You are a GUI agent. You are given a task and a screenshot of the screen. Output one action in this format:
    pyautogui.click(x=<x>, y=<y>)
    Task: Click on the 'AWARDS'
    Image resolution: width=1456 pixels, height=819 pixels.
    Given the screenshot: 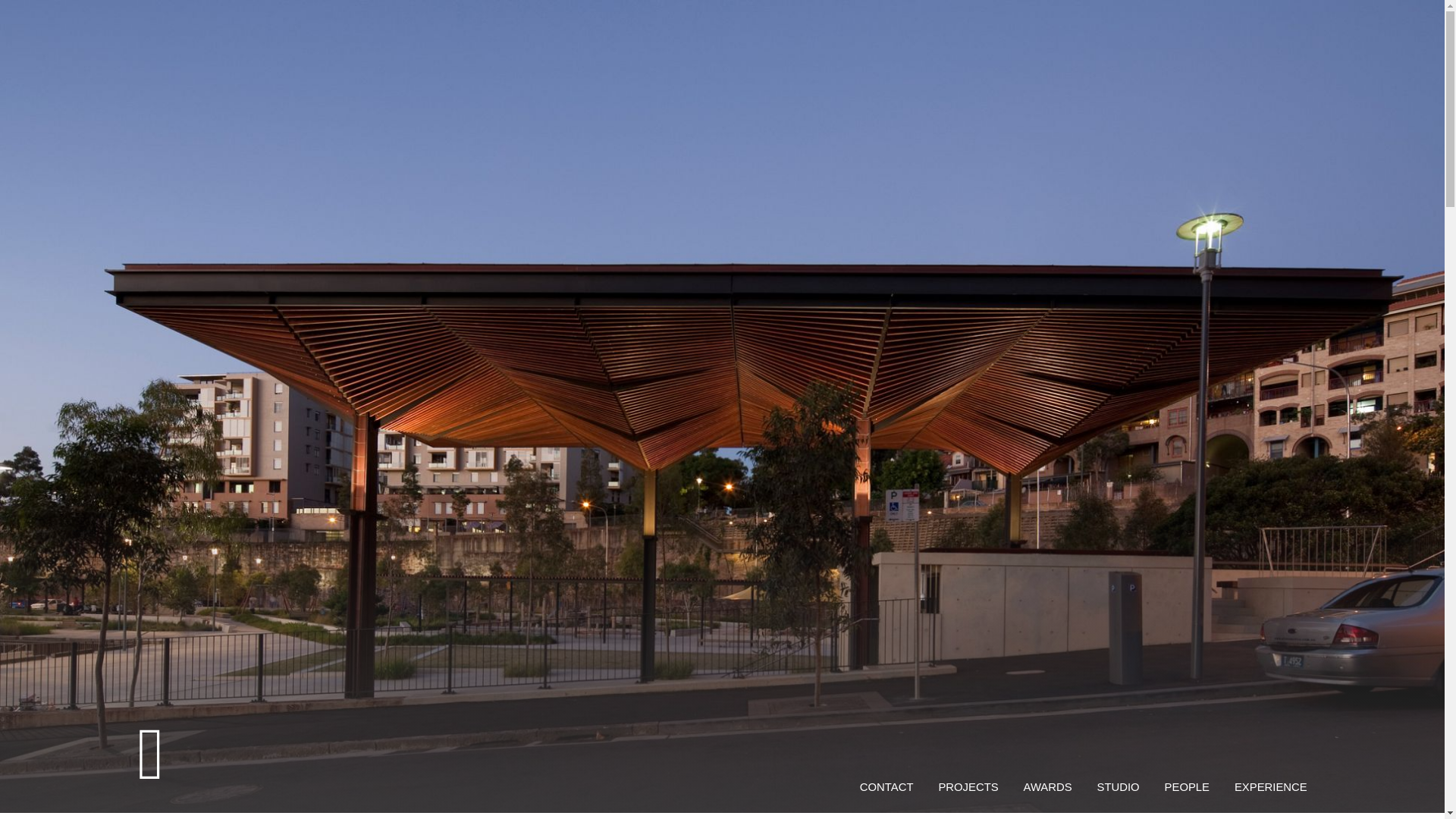 What is the action you would take?
    pyautogui.click(x=1047, y=786)
    